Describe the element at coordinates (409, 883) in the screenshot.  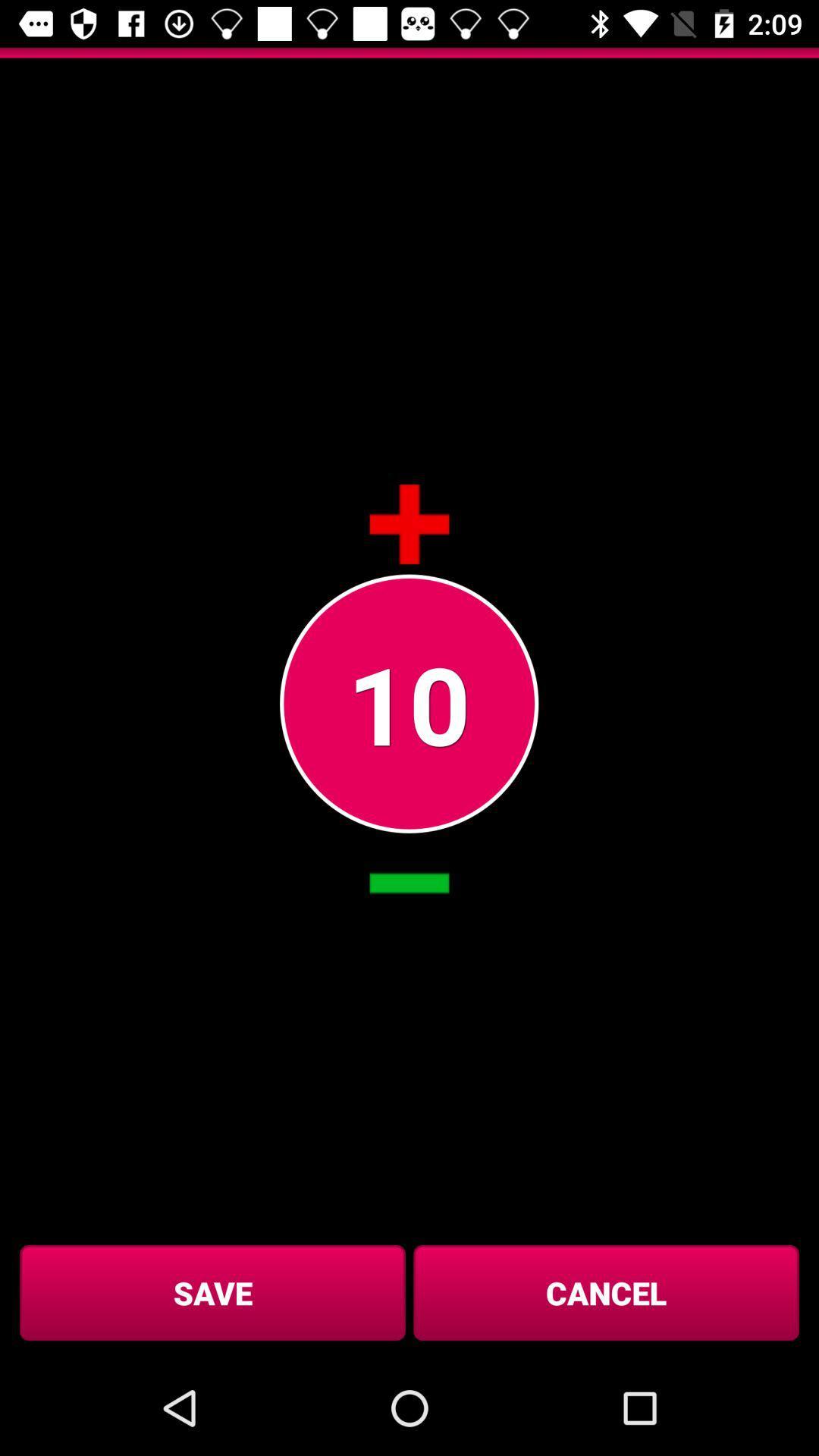
I see `the minus icon` at that location.